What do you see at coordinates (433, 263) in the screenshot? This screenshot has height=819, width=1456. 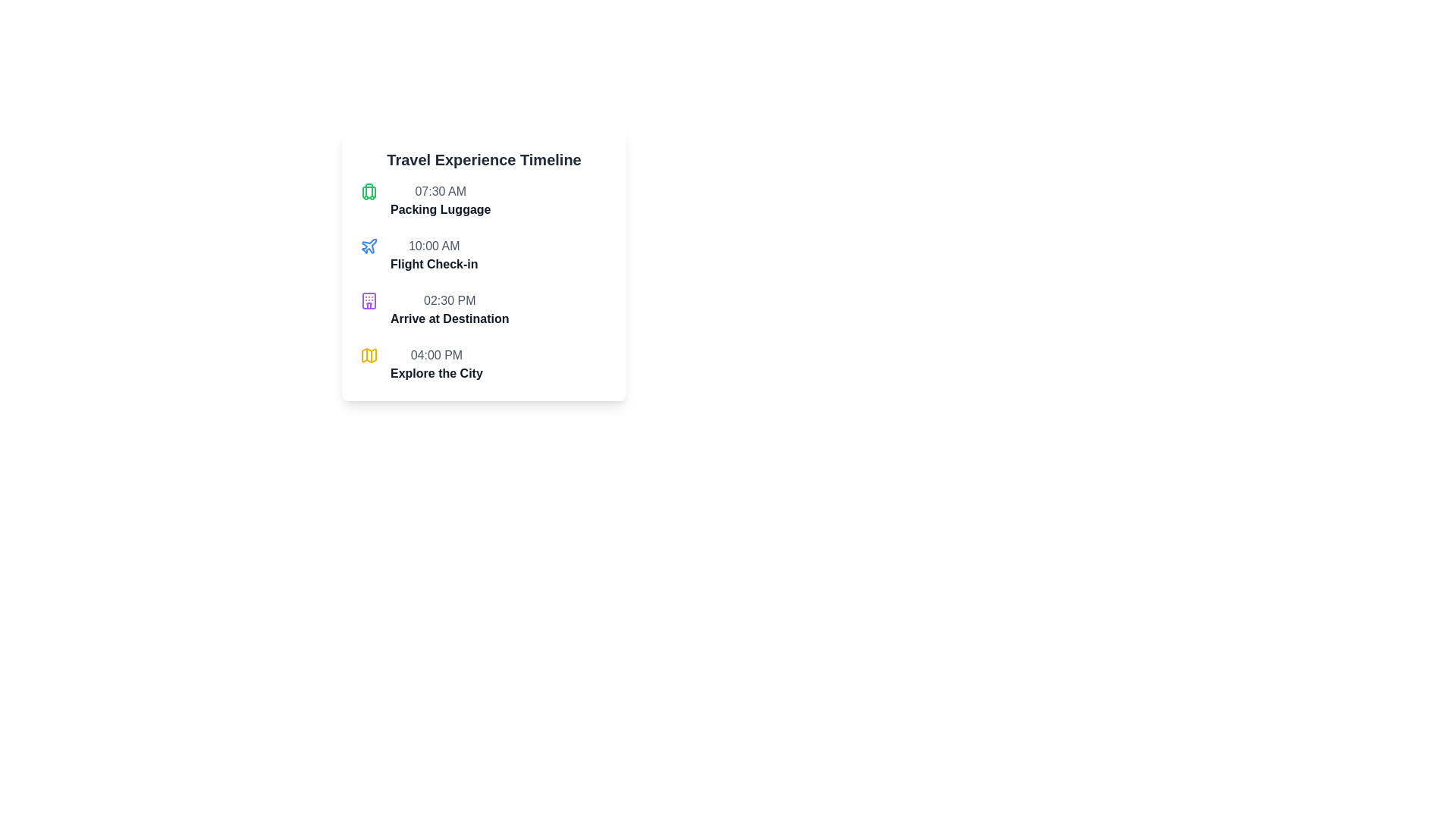 I see `text of the second line of the timeline entry, which provides additional context directly below '10:00 AM'` at bounding box center [433, 263].